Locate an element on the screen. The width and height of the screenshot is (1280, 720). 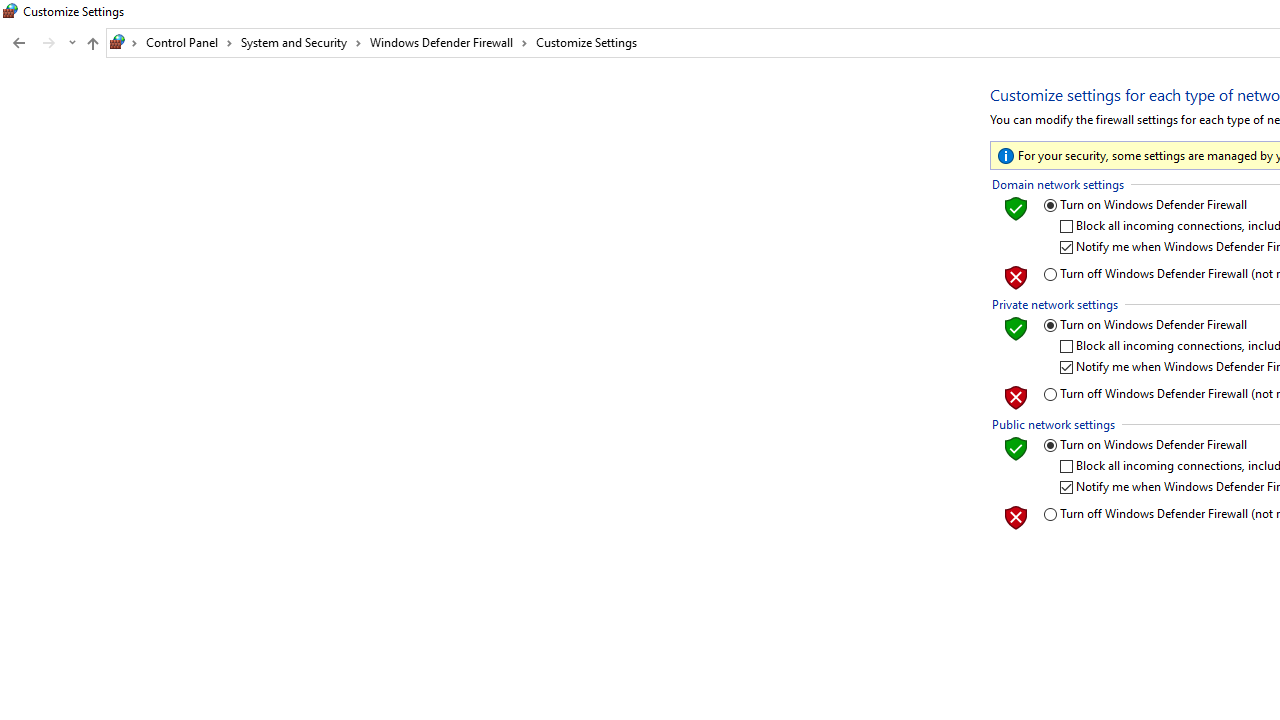
'Recent locations' is located at coordinates (71, 43).